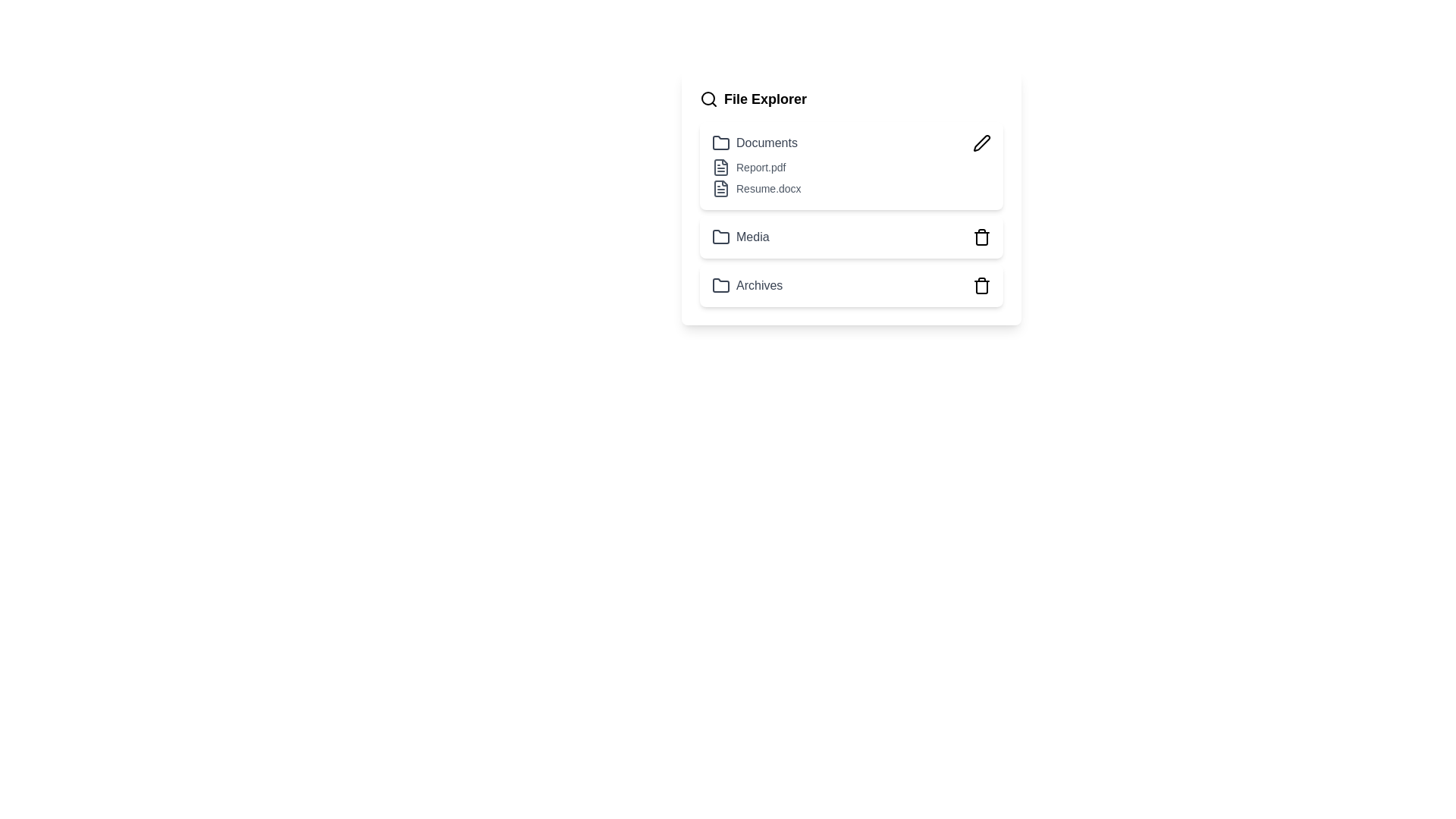 The image size is (1456, 819). What do you see at coordinates (755, 143) in the screenshot?
I see `the folder icon in the 'Documents' label` at bounding box center [755, 143].